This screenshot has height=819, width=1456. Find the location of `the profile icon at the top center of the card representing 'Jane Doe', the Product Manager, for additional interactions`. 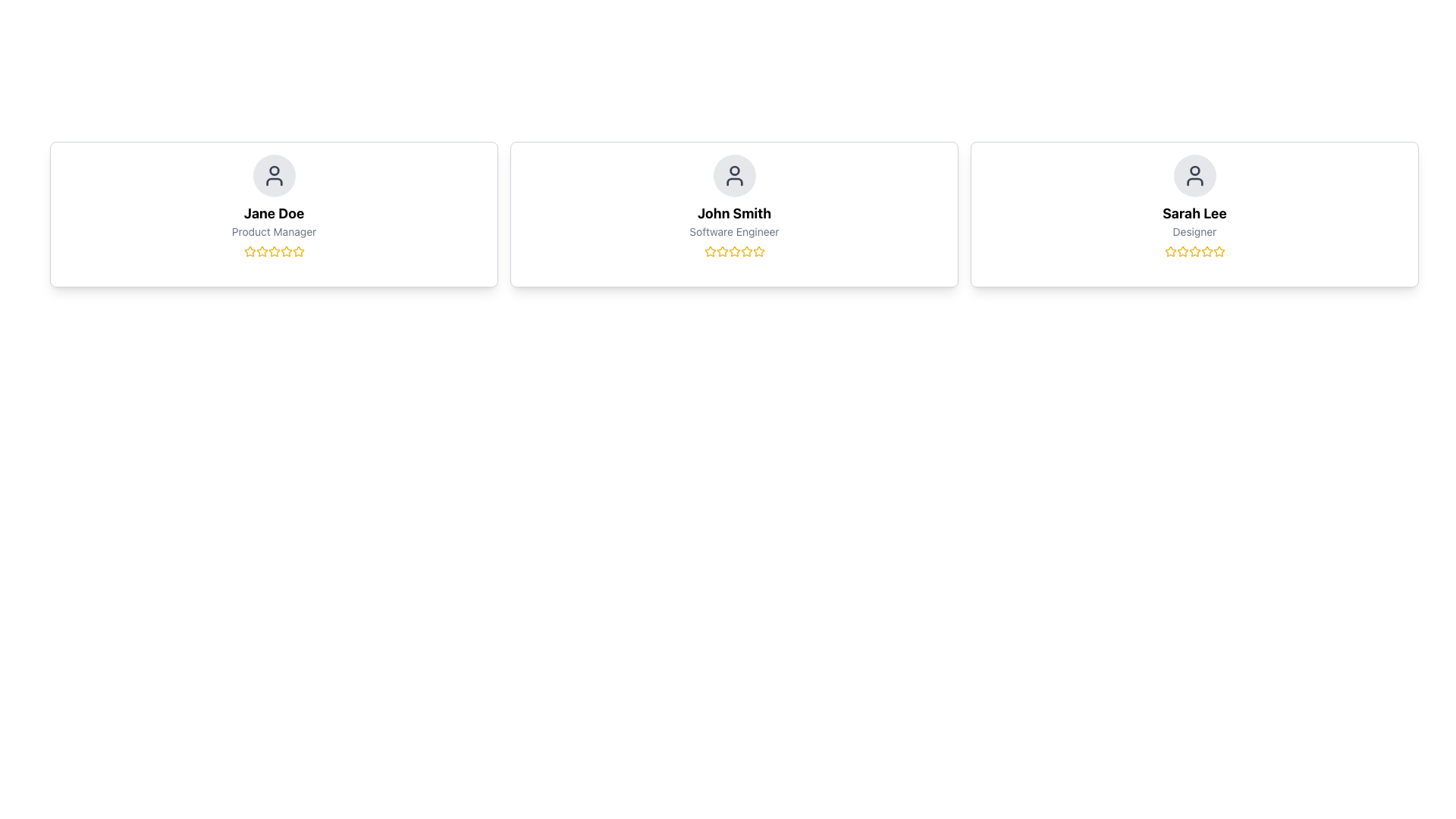

the profile icon at the top center of the card representing 'Jane Doe', the Product Manager, for additional interactions is located at coordinates (274, 174).